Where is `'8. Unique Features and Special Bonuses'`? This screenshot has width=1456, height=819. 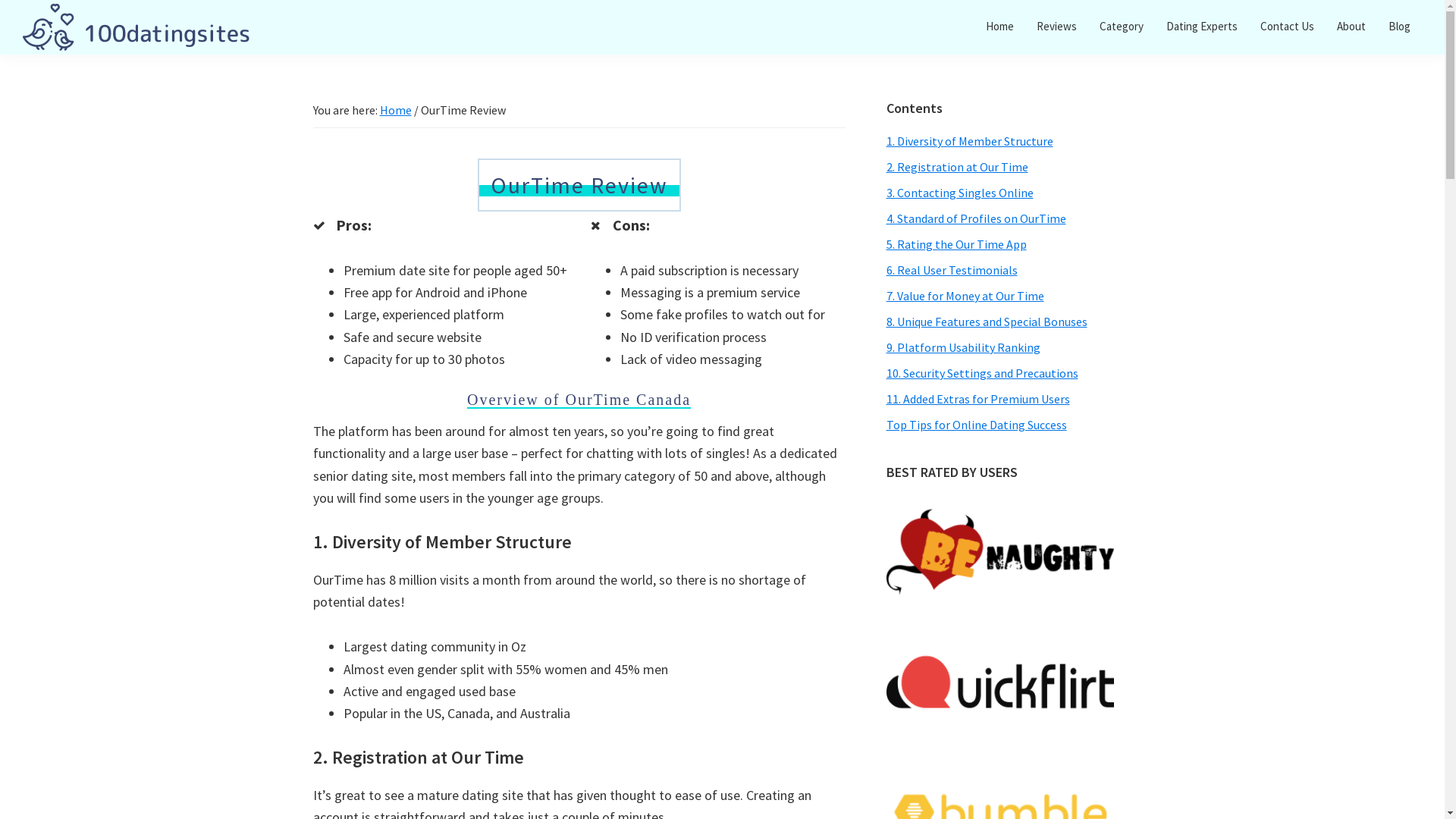 '8. Unique Features and Special Bonuses' is located at coordinates (885, 321).